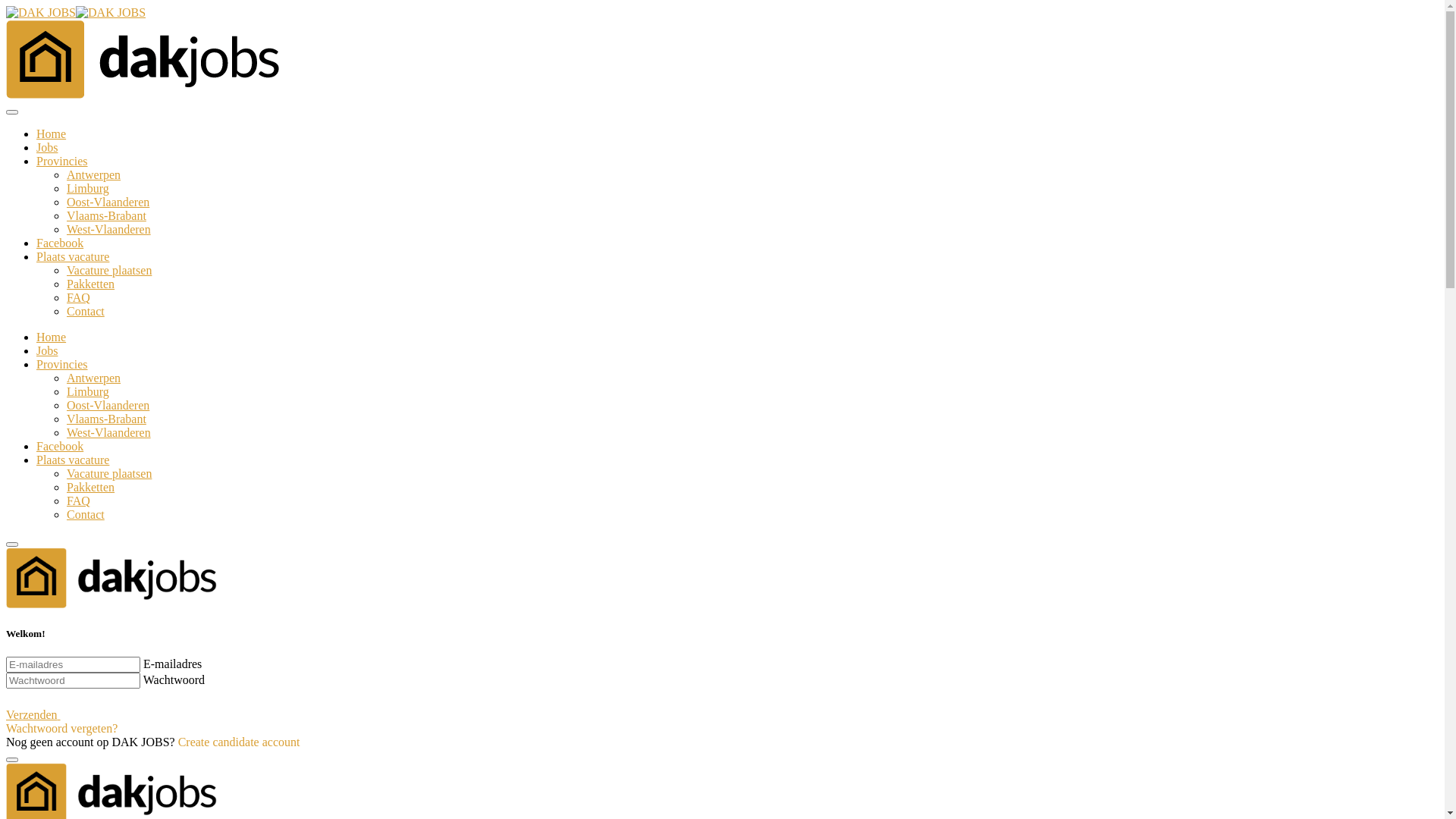 This screenshot has width=1456, height=819. Describe the element at coordinates (105, 215) in the screenshot. I see `'Vlaams-Brabant'` at that location.